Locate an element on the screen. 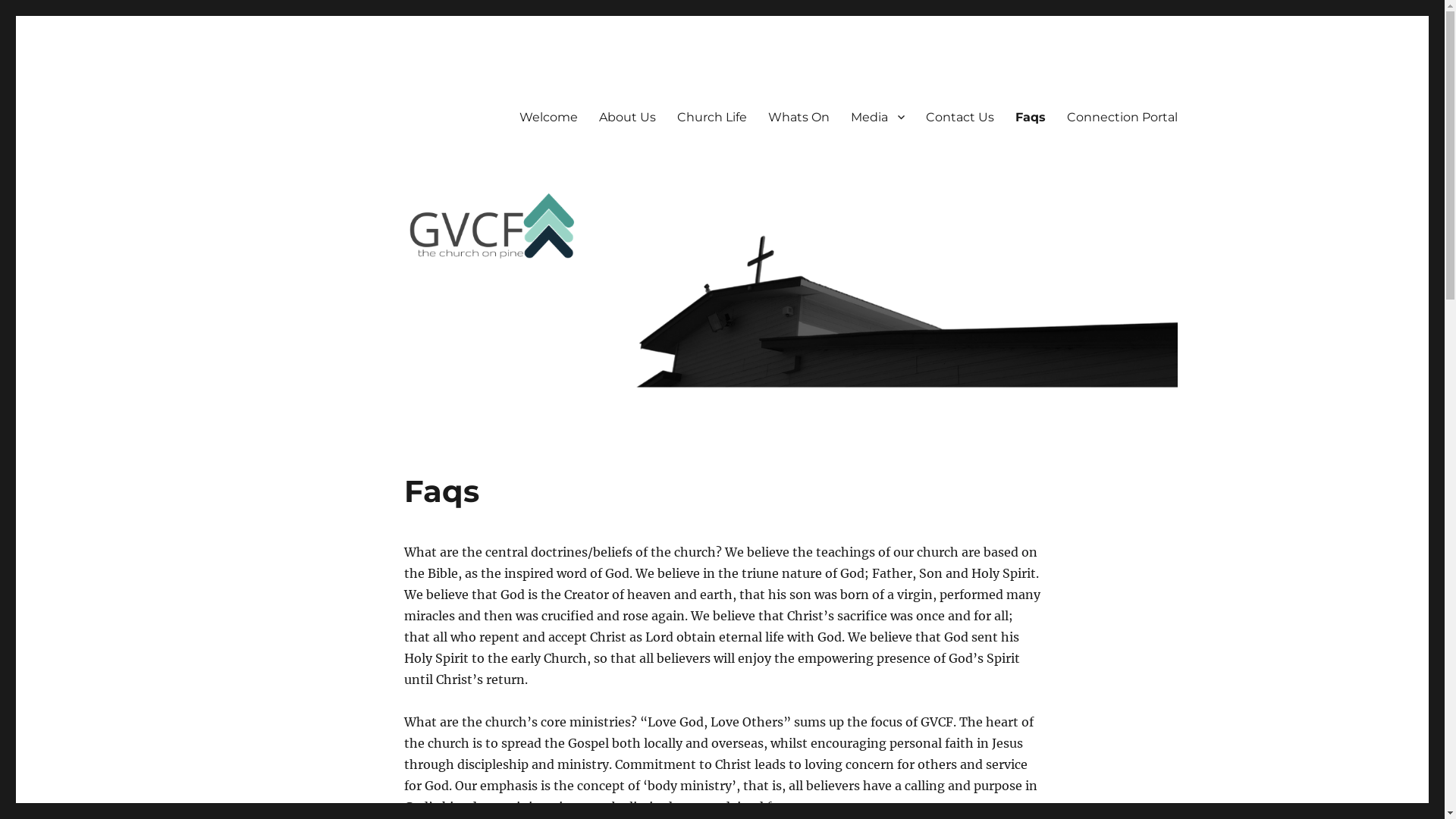 This screenshot has width=1456, height=819. 'Welcome' is located at coordinates (547, 116).